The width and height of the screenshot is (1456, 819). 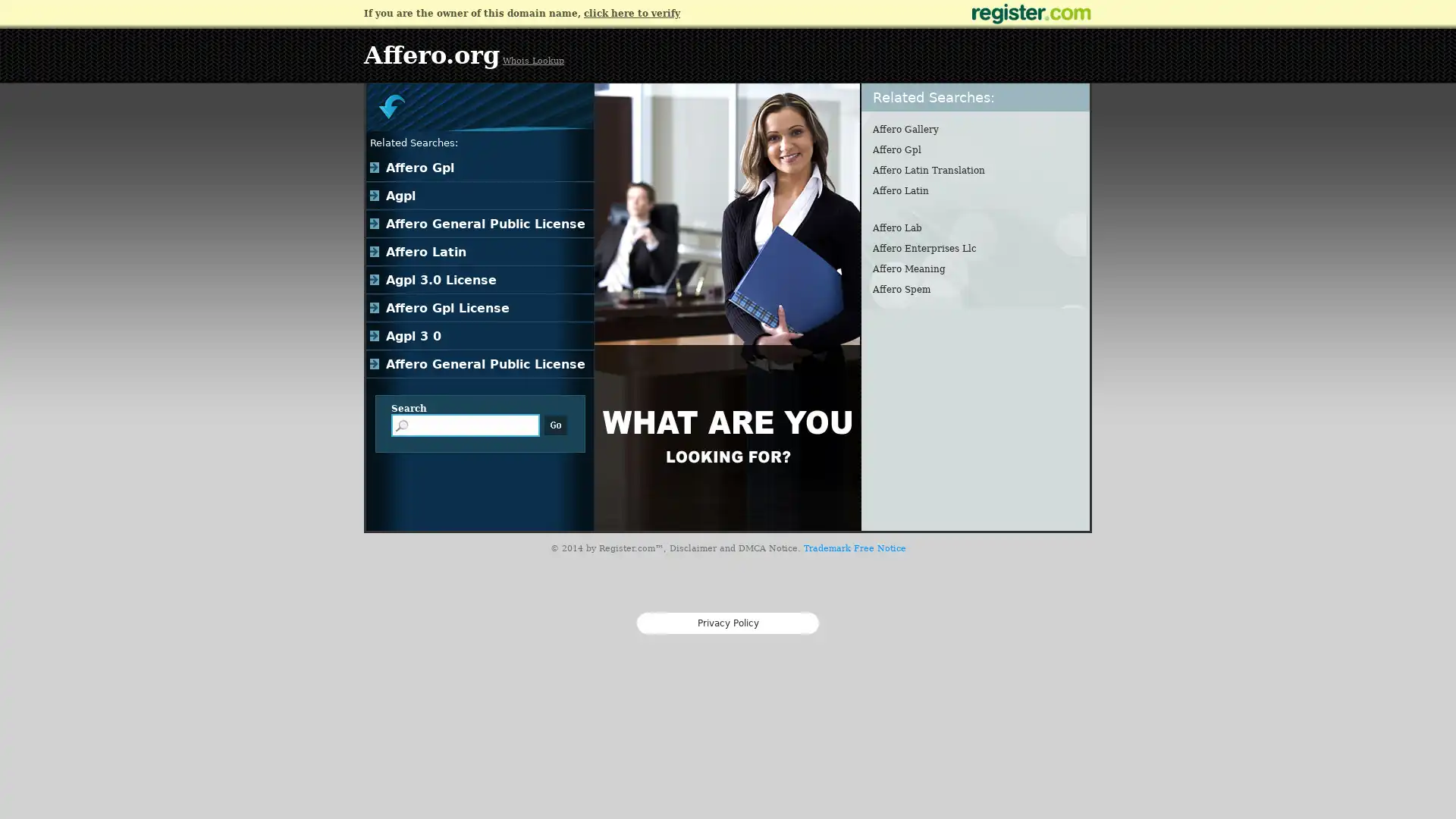 What do you see at coordinates (555, 425) in the screenshot?
I see `Go` at bounding box center [555, 425].